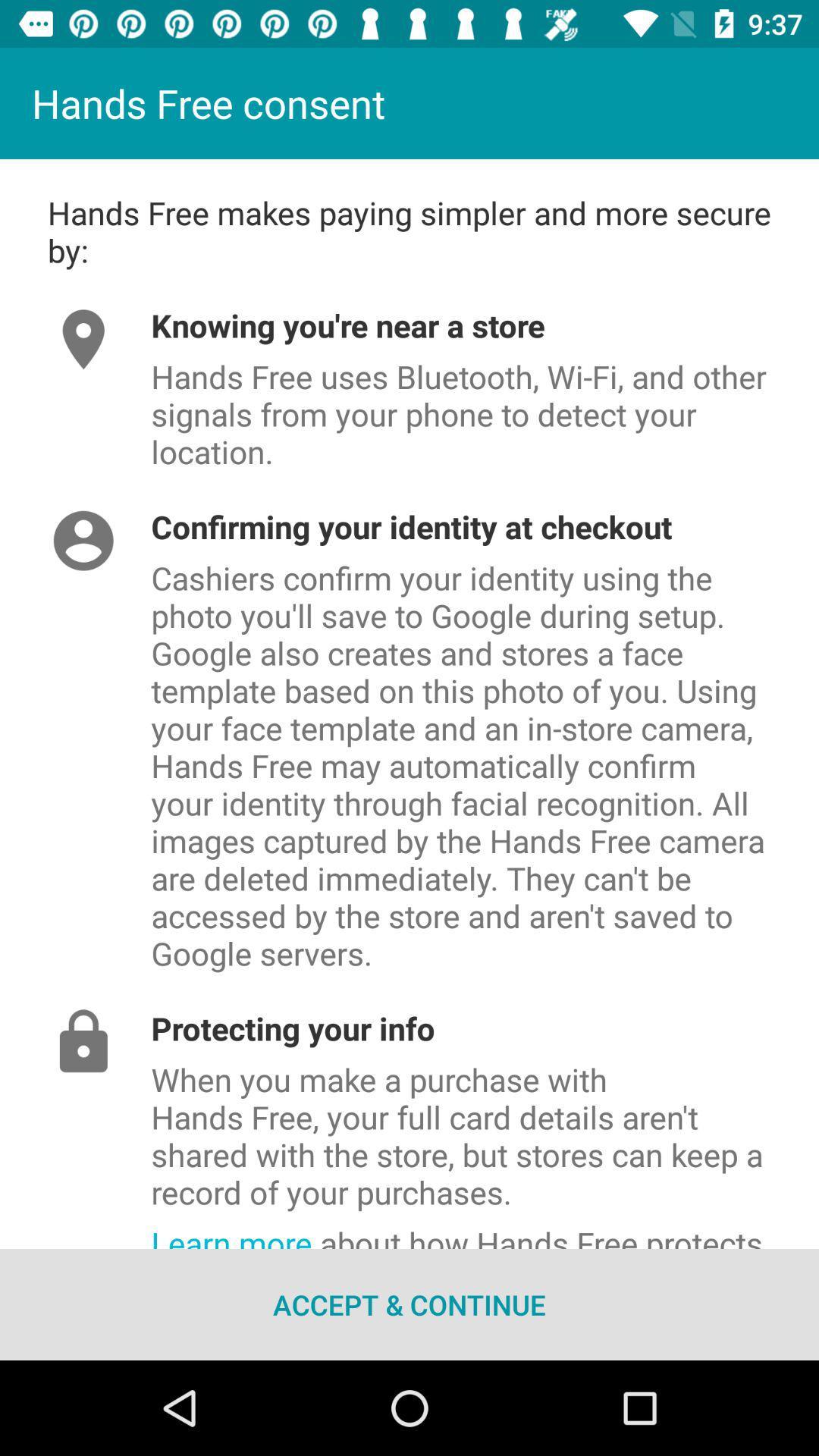 The height and width of the screenshot is (1456, 819). I want to click on learn more about item, so click(485, 1231).